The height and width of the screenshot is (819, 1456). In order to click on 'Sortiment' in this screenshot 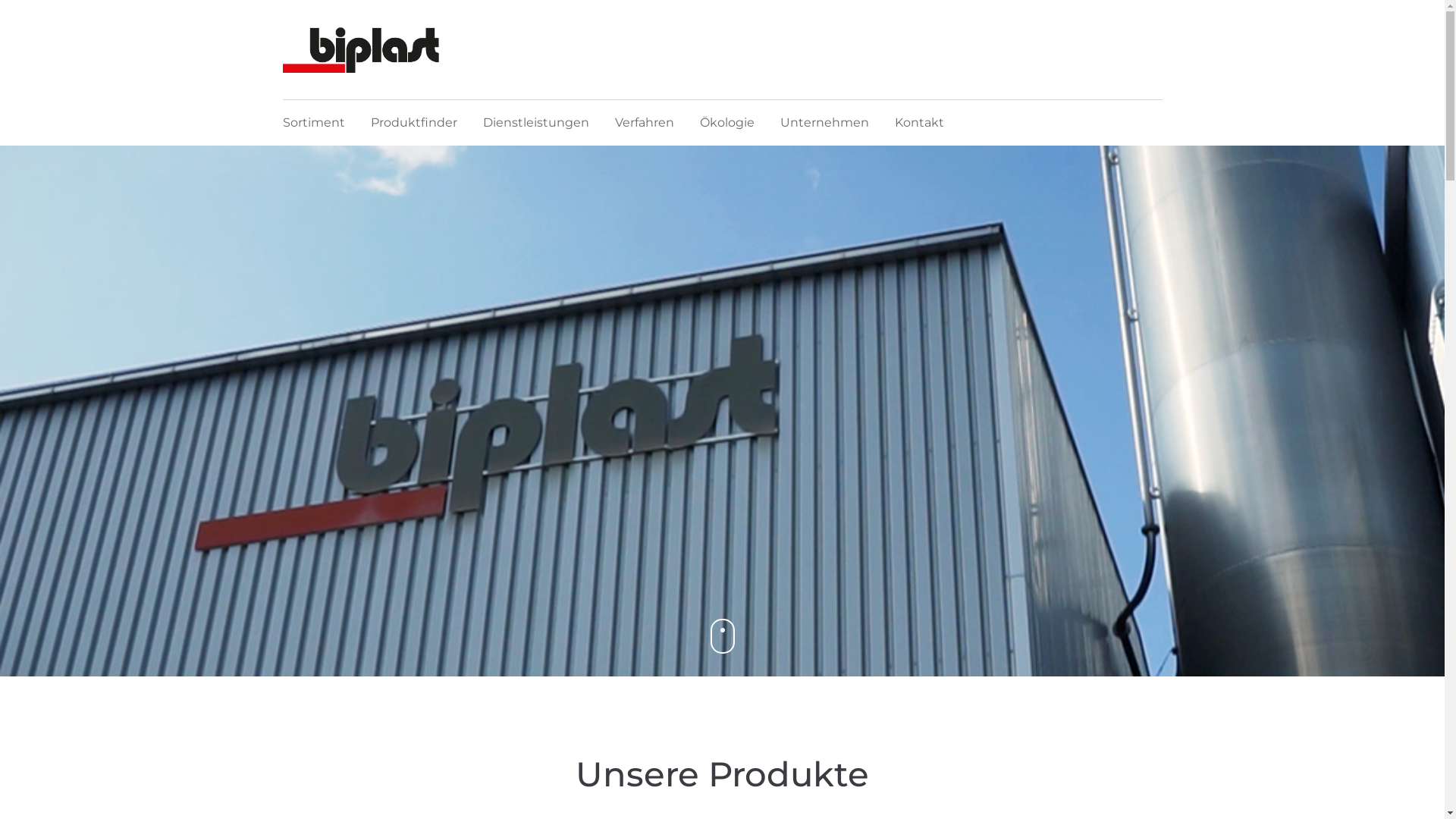, I will do `click(312, 122)`.